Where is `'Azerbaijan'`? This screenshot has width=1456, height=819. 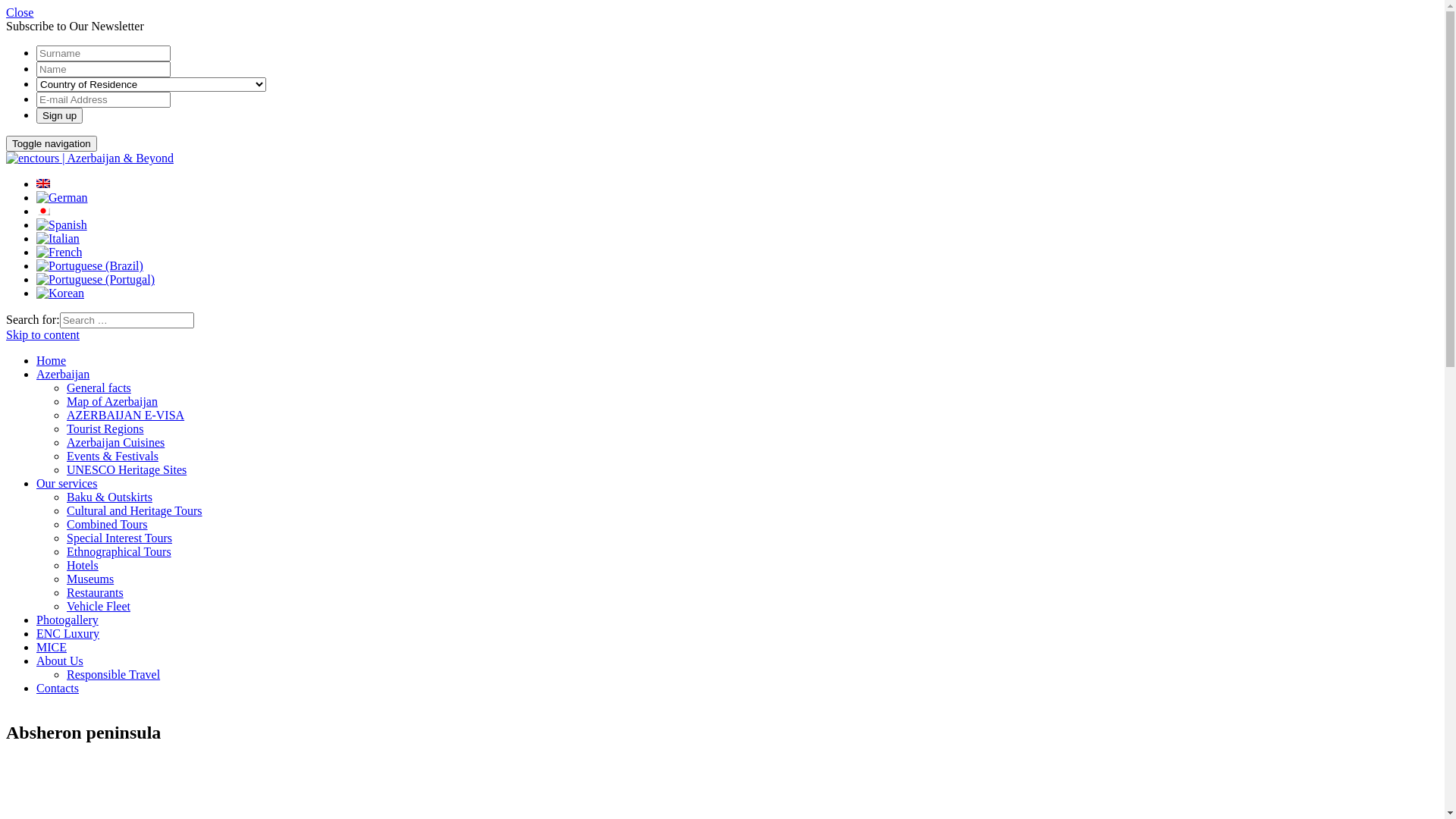
'Azerbaijan' is located at coordinates (36, 374).